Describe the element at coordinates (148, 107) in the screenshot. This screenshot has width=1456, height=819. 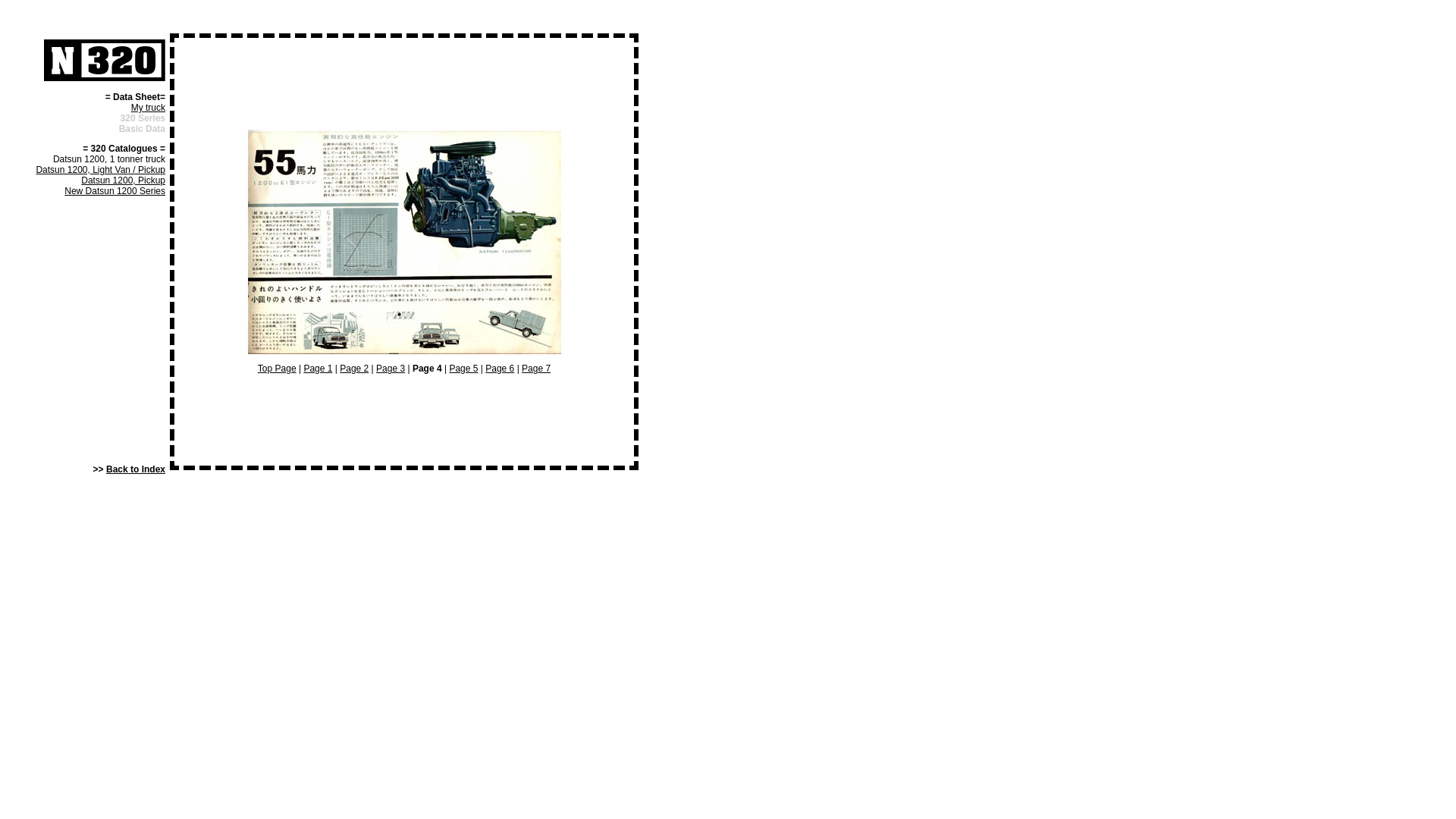
I see `'My truck'` at that location.